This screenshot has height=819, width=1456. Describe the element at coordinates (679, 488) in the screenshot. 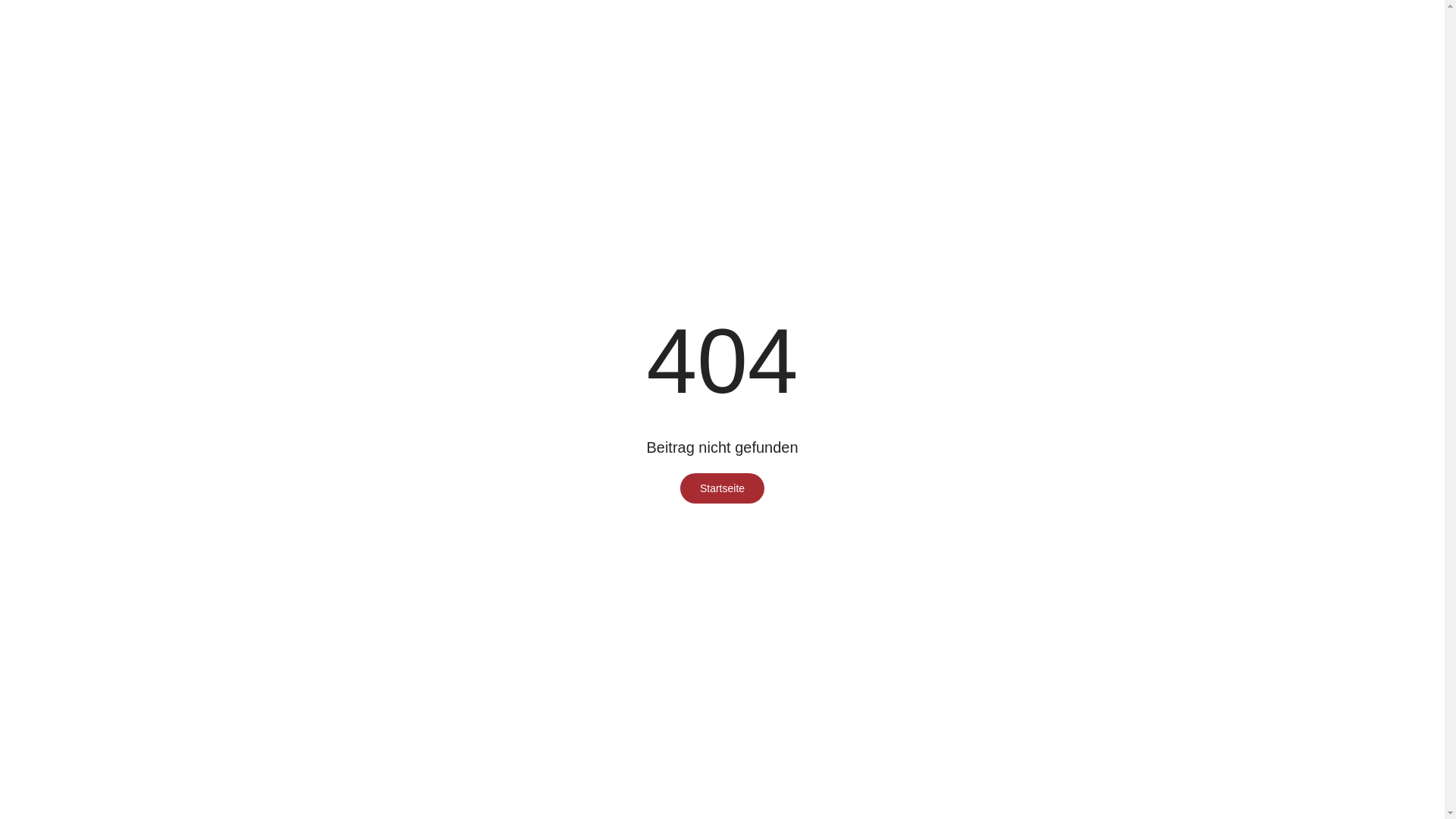

I see `'Startseite'` at that location.